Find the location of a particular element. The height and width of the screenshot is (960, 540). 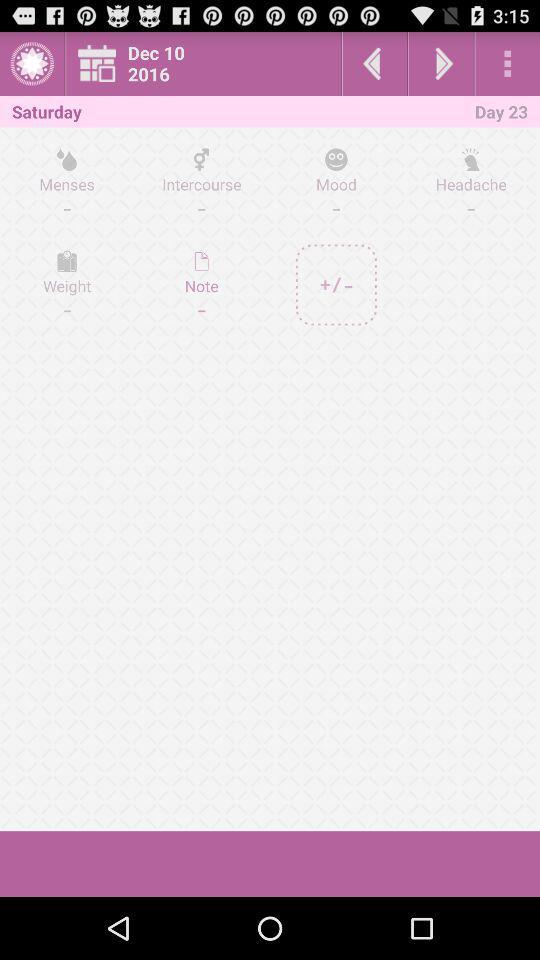

more is located at coordinates (507, 63).